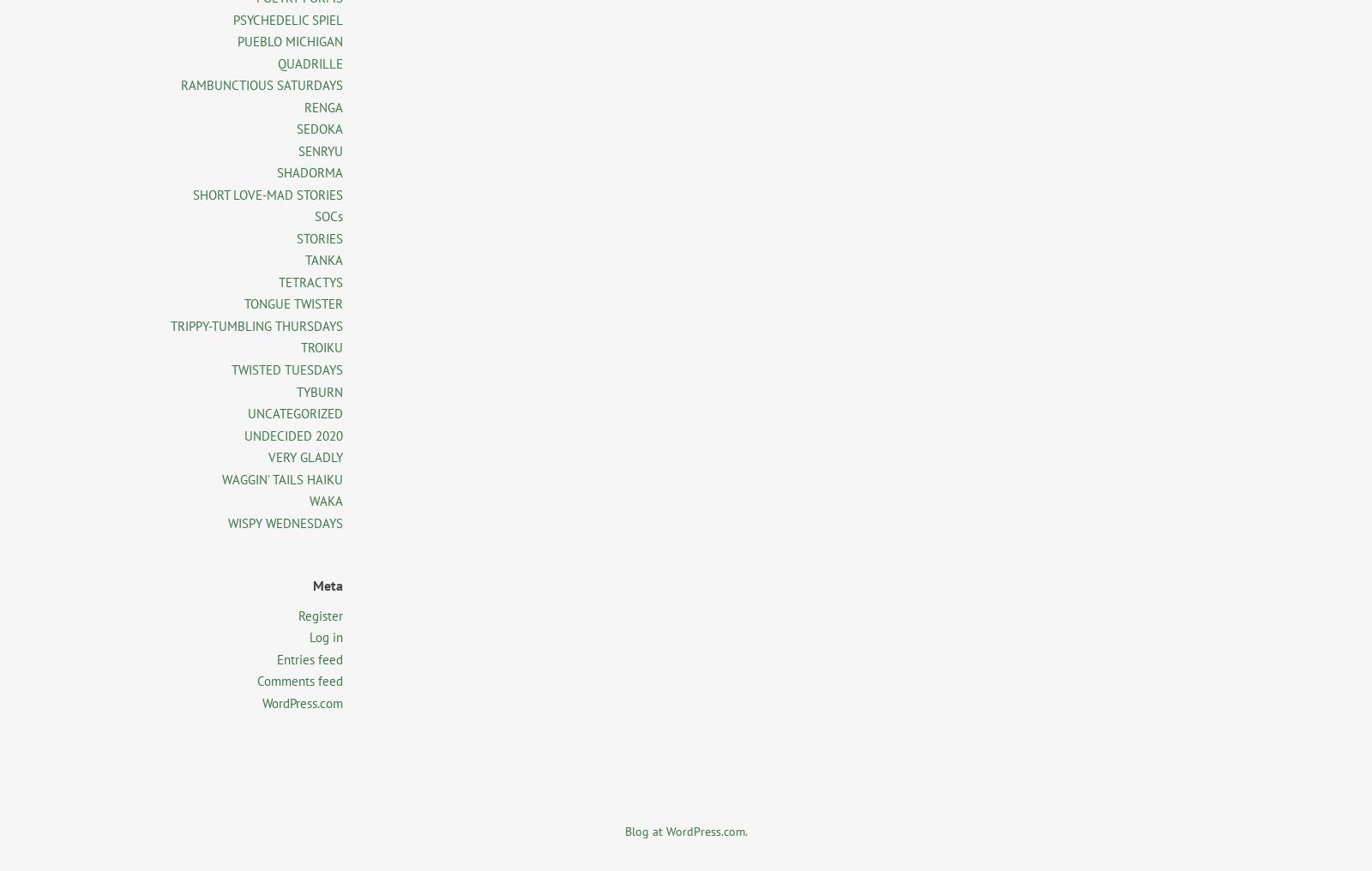 The width and height of the screenshot is (1372, 871). What do you see at coordinates (305, 259) in the screenshot?
I see `'TANKA'` at bounding box center [305, 259].